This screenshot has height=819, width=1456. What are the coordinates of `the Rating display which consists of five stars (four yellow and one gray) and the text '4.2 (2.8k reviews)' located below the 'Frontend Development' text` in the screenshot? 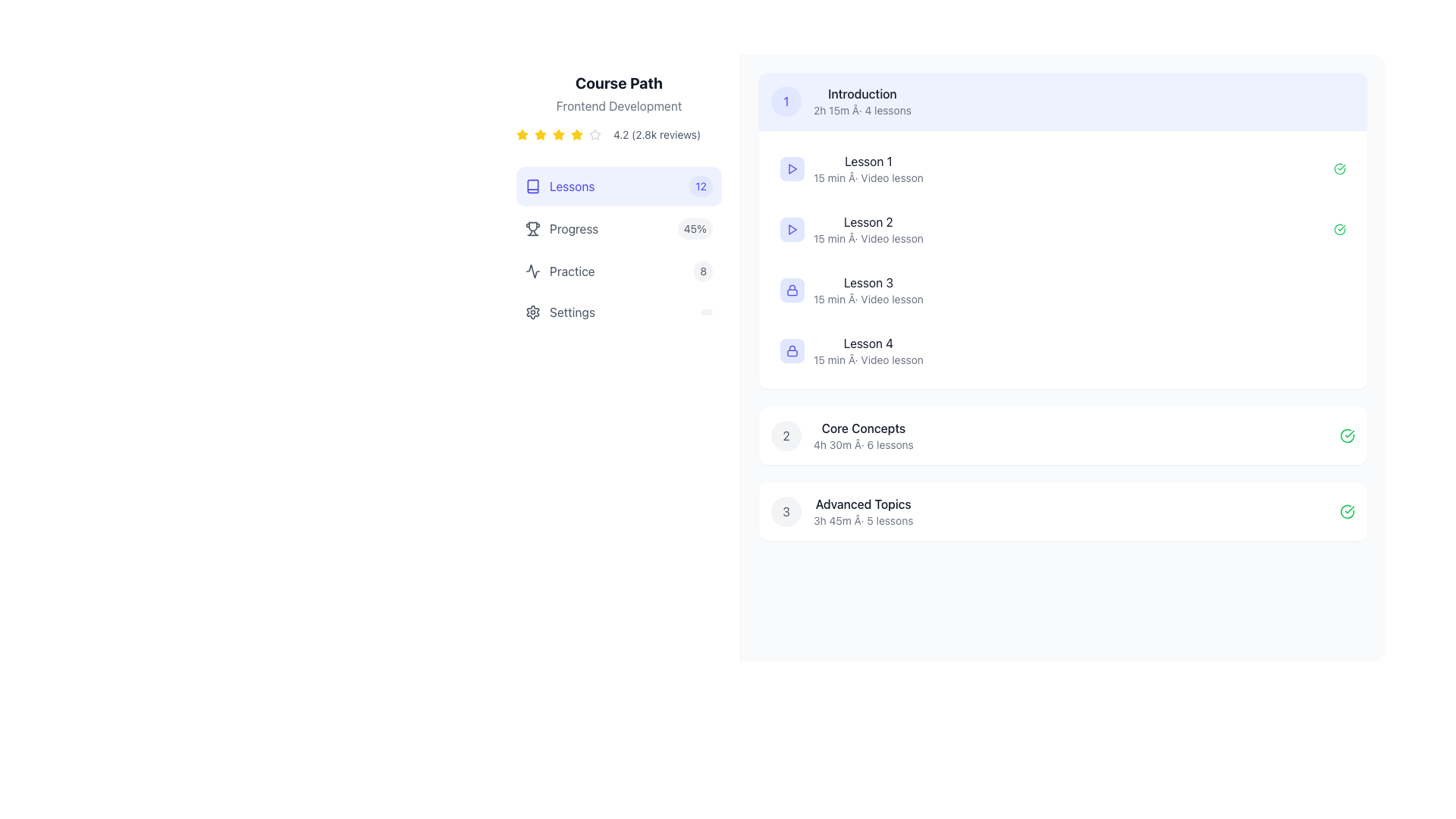 It's located at (619, 133).